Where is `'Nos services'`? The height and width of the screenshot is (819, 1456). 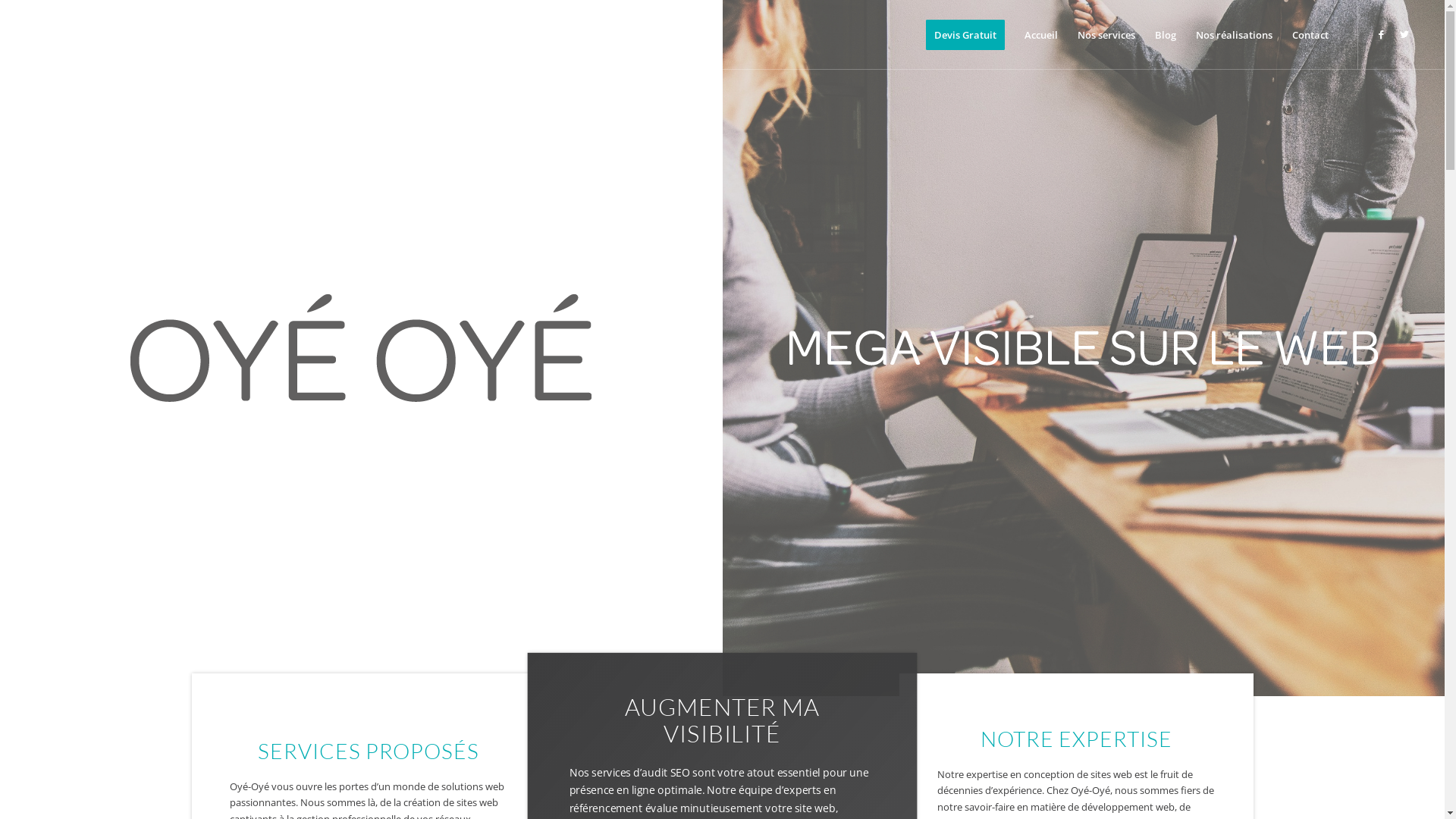 'Nos services' is located at coordinates (1106, 34).